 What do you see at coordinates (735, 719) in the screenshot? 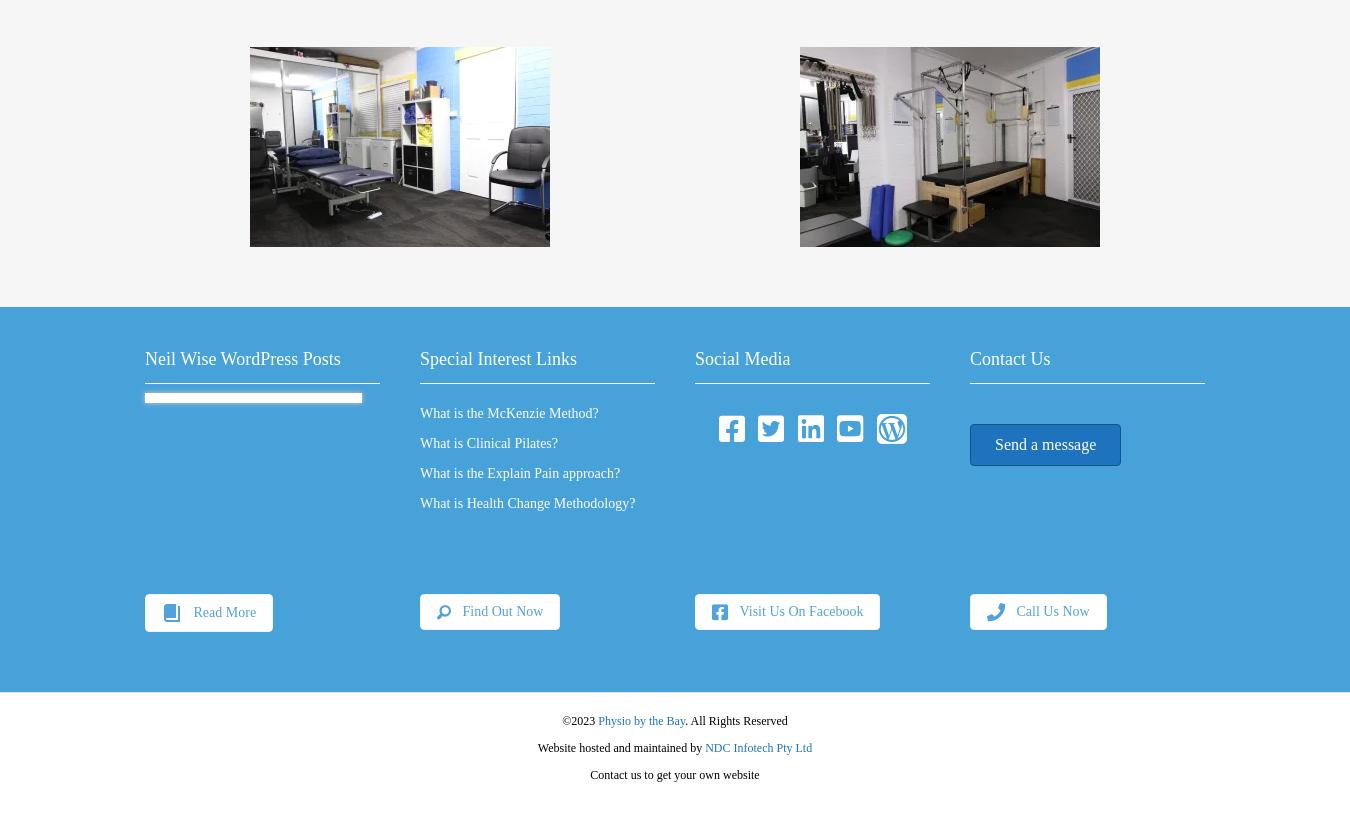
I see `'.  All Rights Reserved'` at bounding box center [735, 719].